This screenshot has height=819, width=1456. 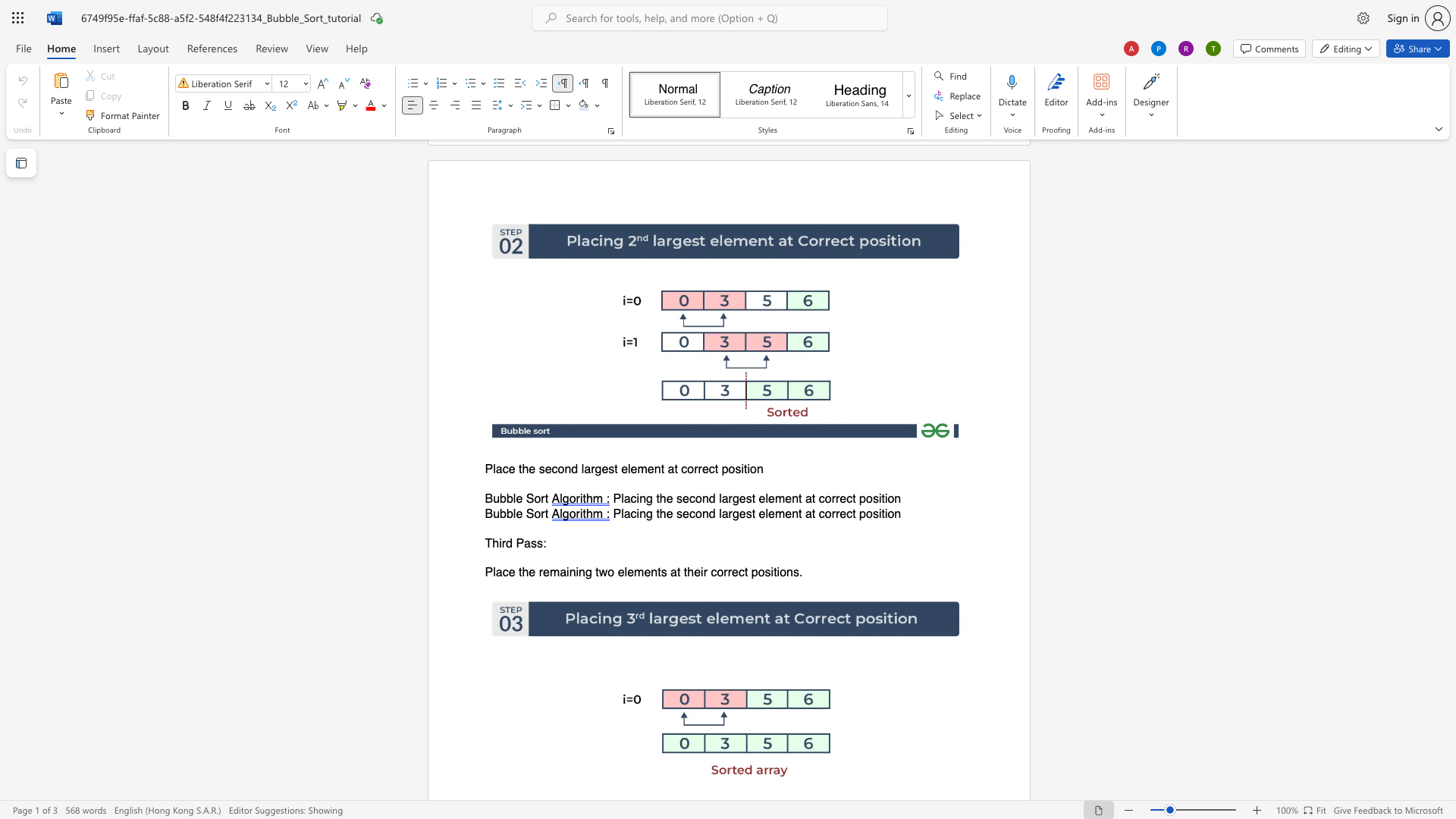 I want to click on the 1th character "e" in the text, so click(x=512, y=469).